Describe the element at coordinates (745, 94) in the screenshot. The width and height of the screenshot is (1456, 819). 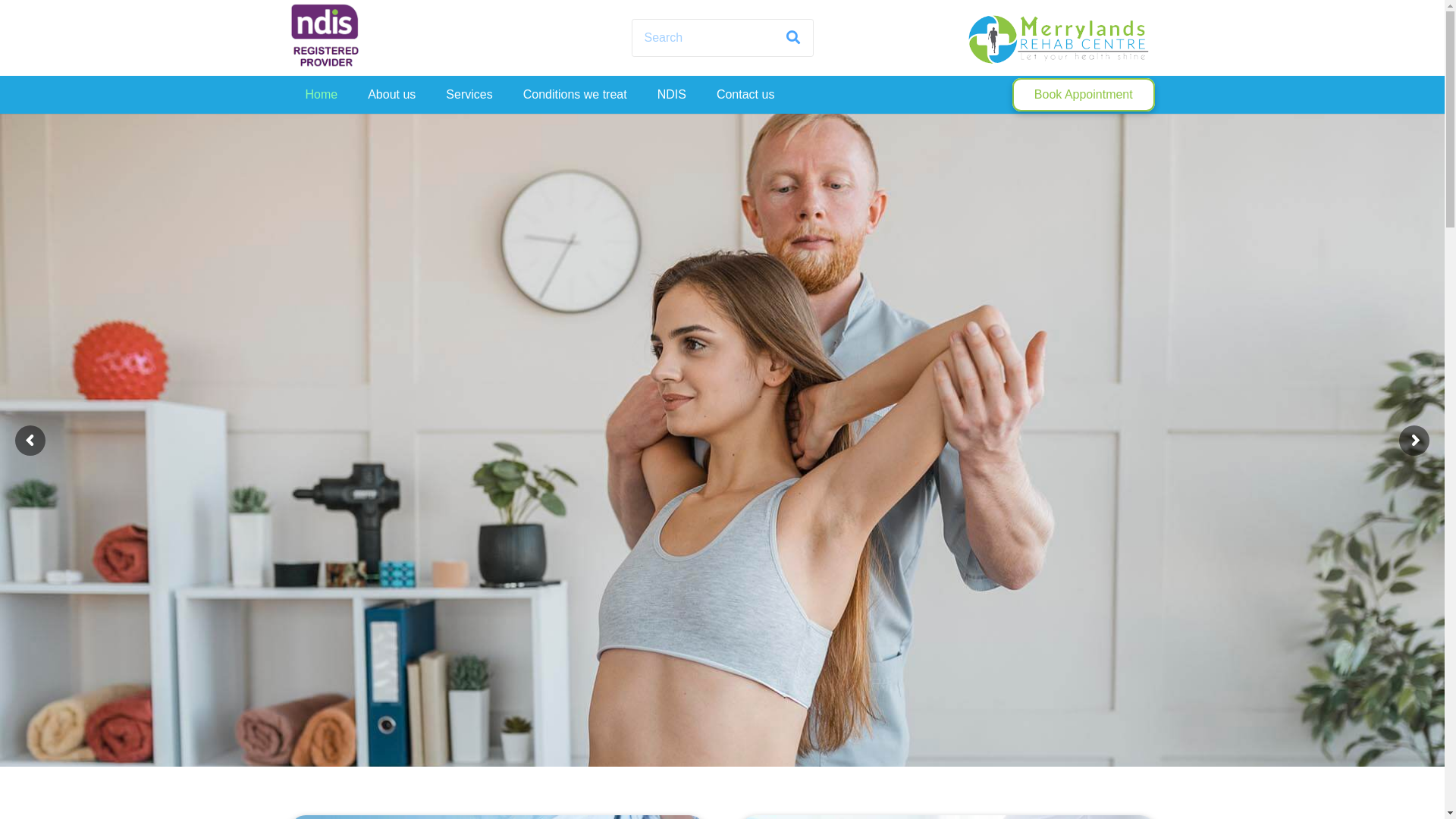
I see `'Contact us'` at that location.